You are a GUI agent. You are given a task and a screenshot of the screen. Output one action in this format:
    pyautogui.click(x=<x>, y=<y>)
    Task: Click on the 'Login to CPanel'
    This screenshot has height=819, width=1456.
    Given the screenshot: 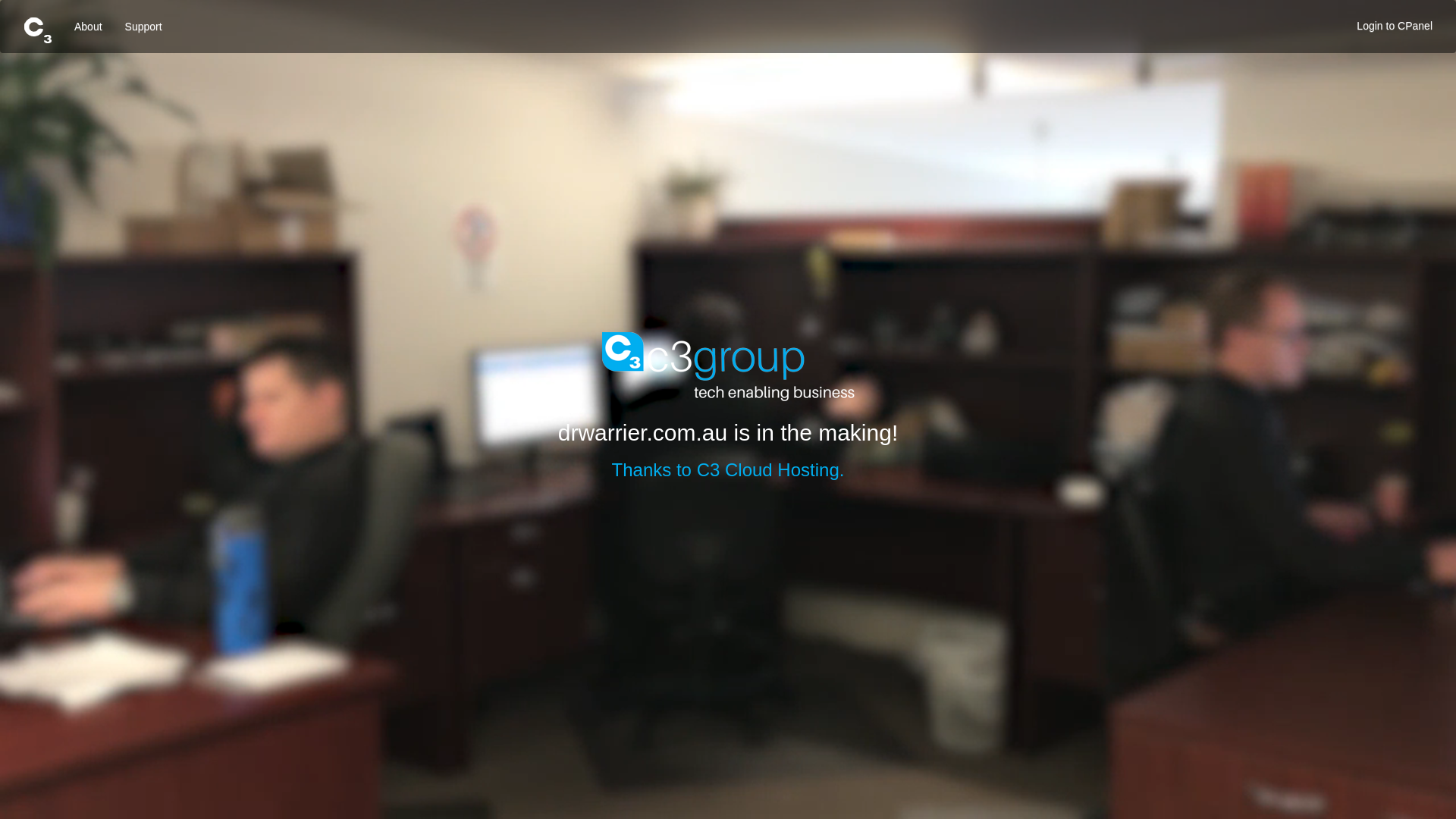 What is the action you would take?
    pyautogui.click(x=1394, y=26)
    